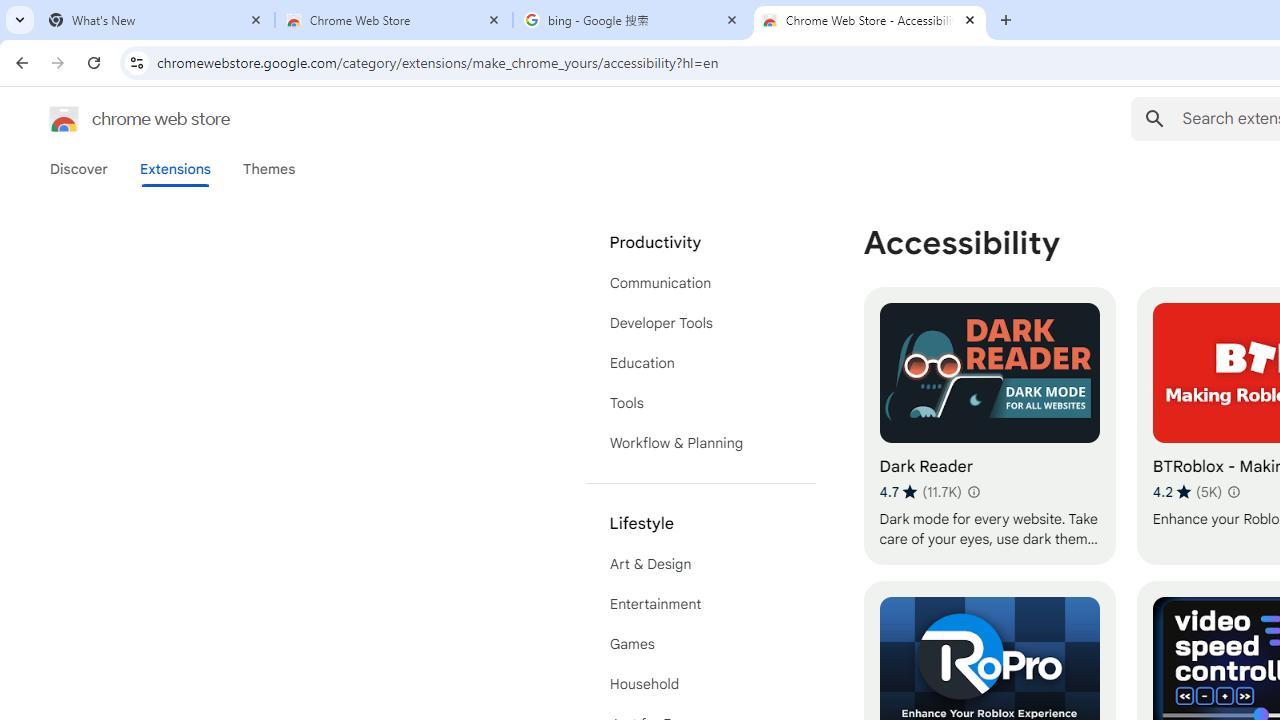 Image resolution: width=1280 pixels, height=720 pixels. What do you see at coordinates (118, 119) in the screenshot?
I see `'Chrome Web Store logo chrome web store'` at bounding box center [118, 119].